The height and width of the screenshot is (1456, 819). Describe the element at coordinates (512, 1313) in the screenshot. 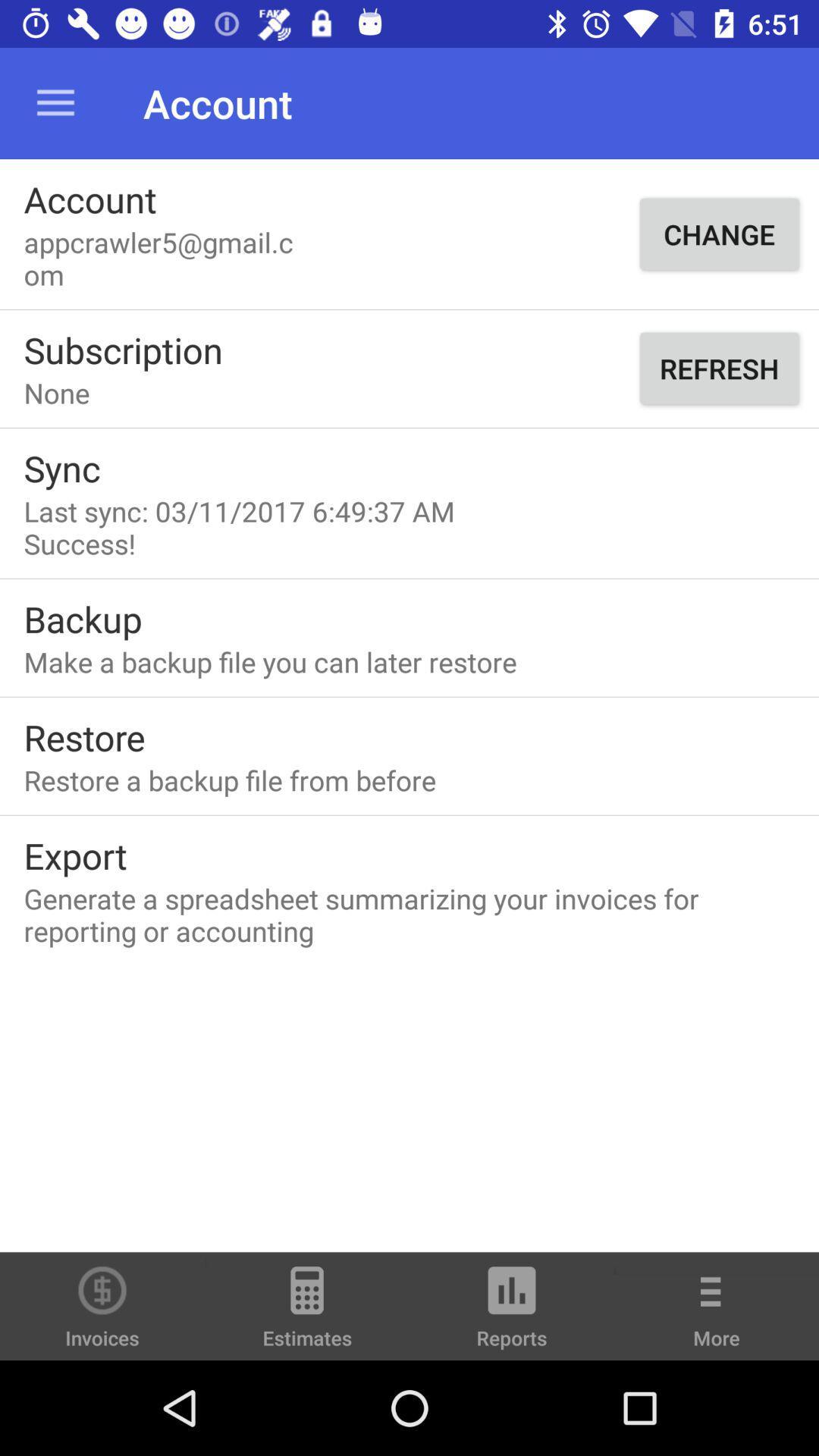

I see `the item to the left of the more icon` at that location.